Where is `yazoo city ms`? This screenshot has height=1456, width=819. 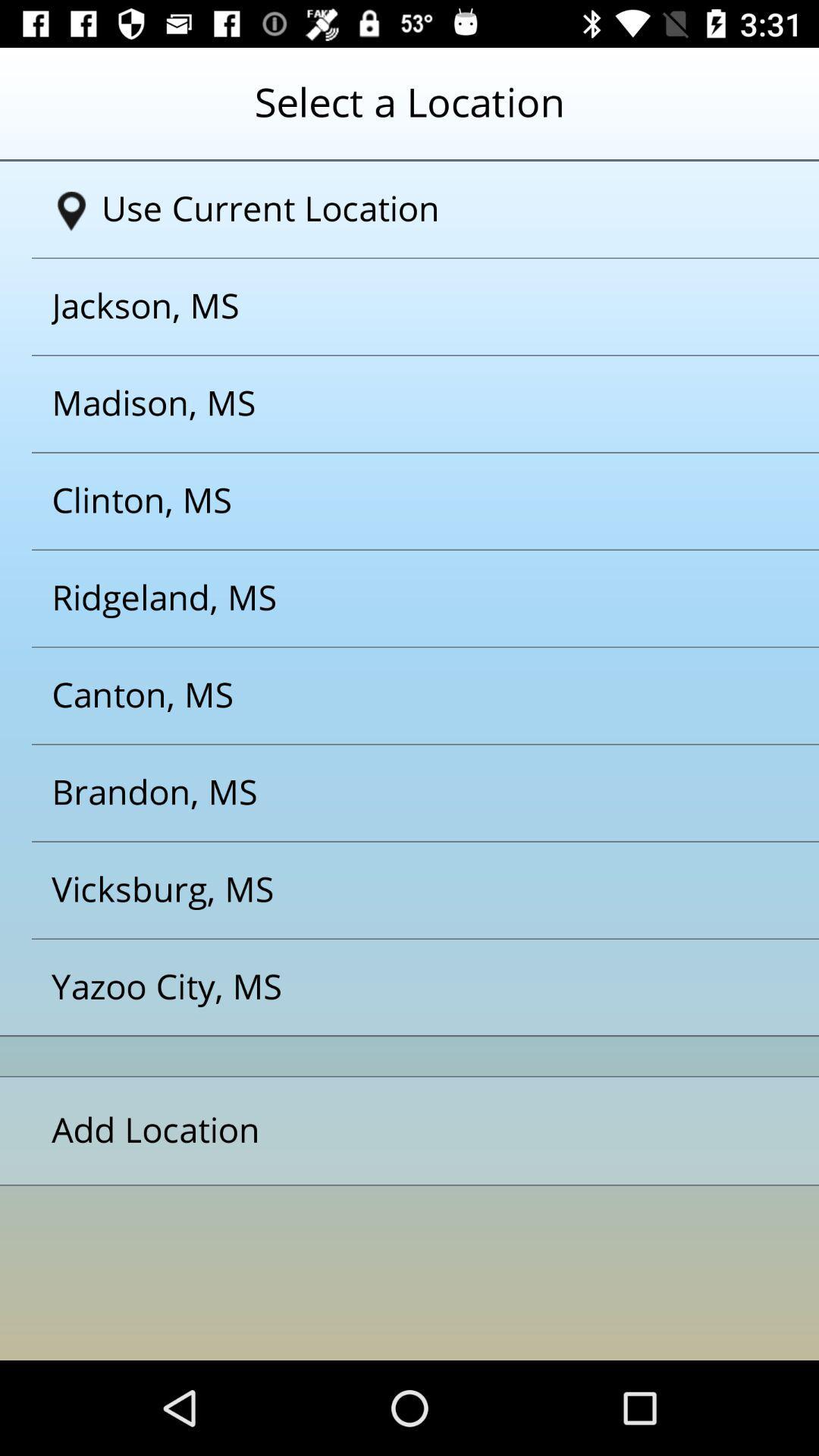
yazoo city ms is located at coordinates (390, 987).